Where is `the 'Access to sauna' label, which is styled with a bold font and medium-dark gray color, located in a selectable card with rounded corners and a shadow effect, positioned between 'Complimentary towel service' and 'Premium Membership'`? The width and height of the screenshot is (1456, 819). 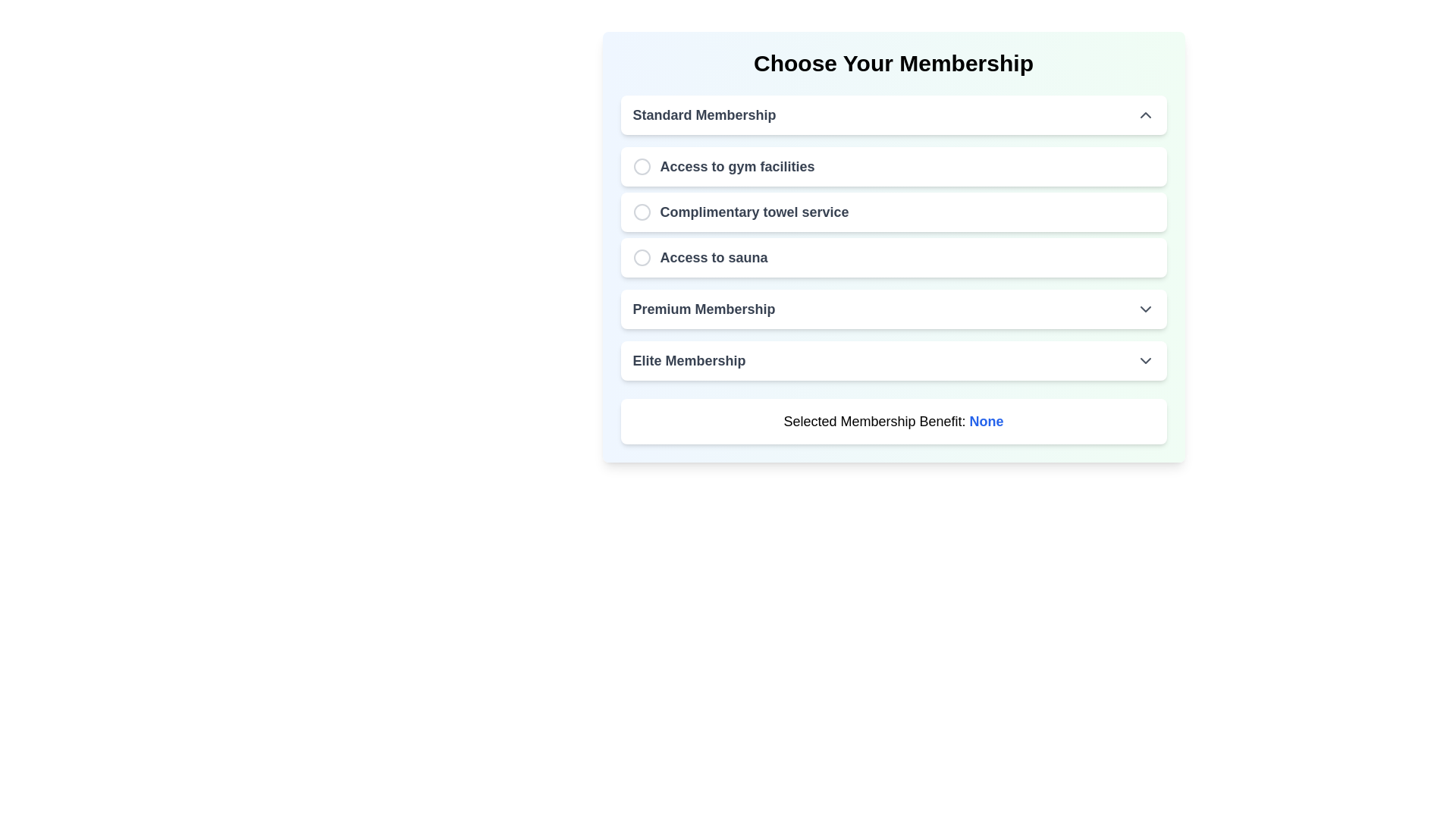 the 'Access to sauna' label, which is styled with a bold font and medium-dark gray color, located in a selectable card with rounded corners and a shadow effect, positioned between 'Complimentary towel service' and 'Premium Membership' is located at coordinates (713, 256).